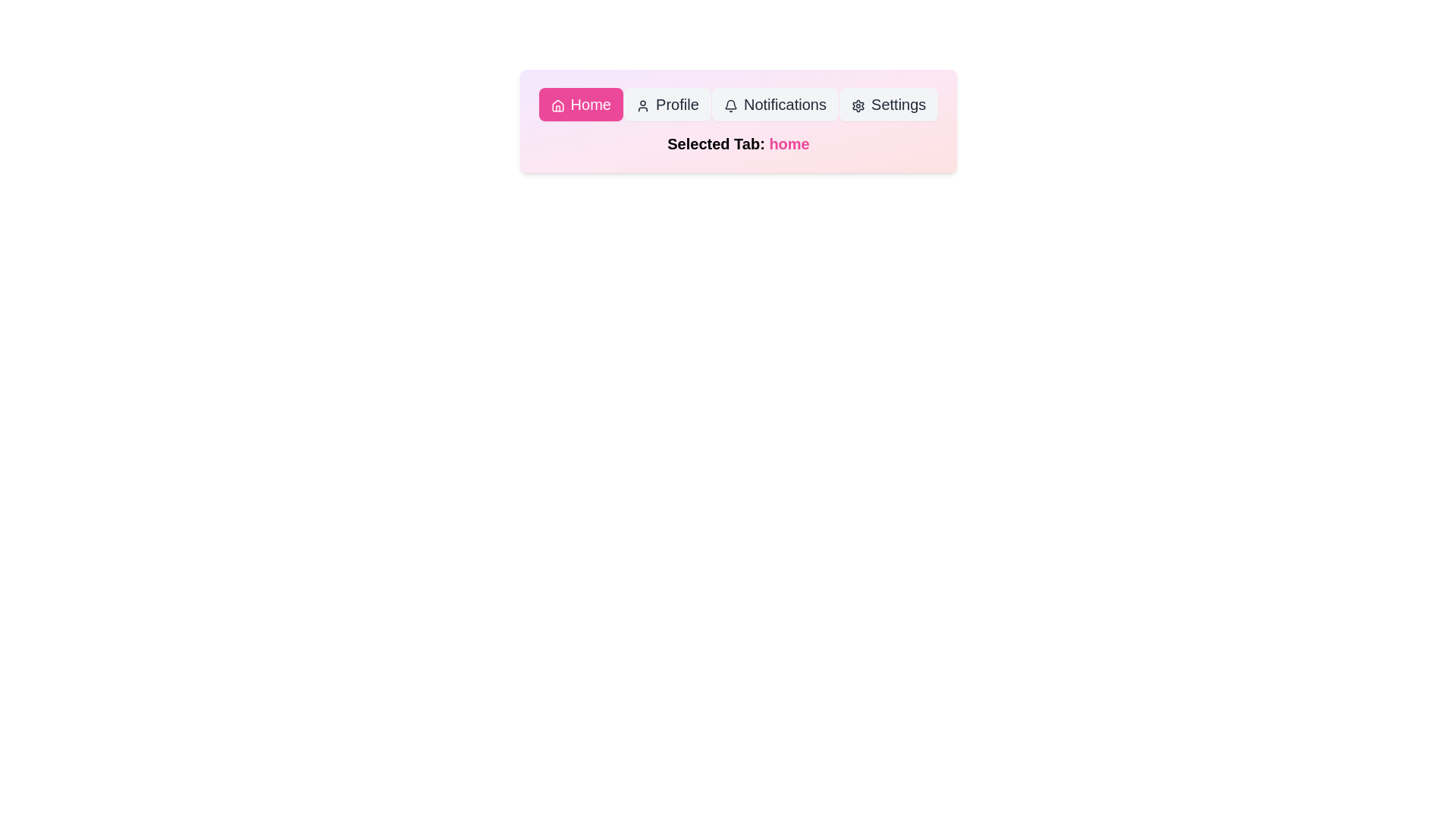 This screenshot has height=819, width=1456. I want to click on the 'Home' button containing the pinkish house icon, which is the leftmost element, so click(557, 105).